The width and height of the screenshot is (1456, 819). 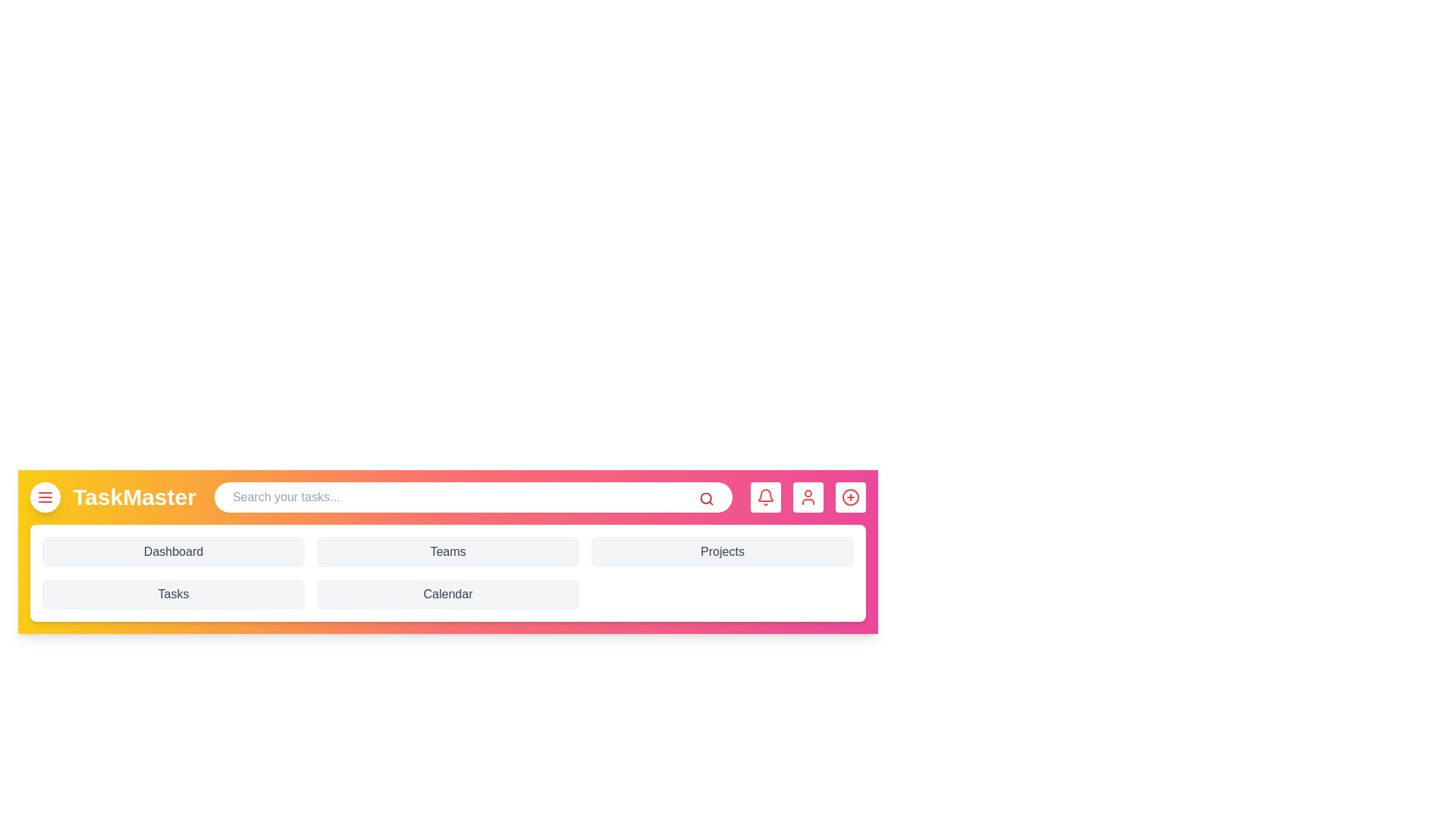 I want to click on the 'Projects' button to navigate to the Projects section, so click(x=722, y=552).